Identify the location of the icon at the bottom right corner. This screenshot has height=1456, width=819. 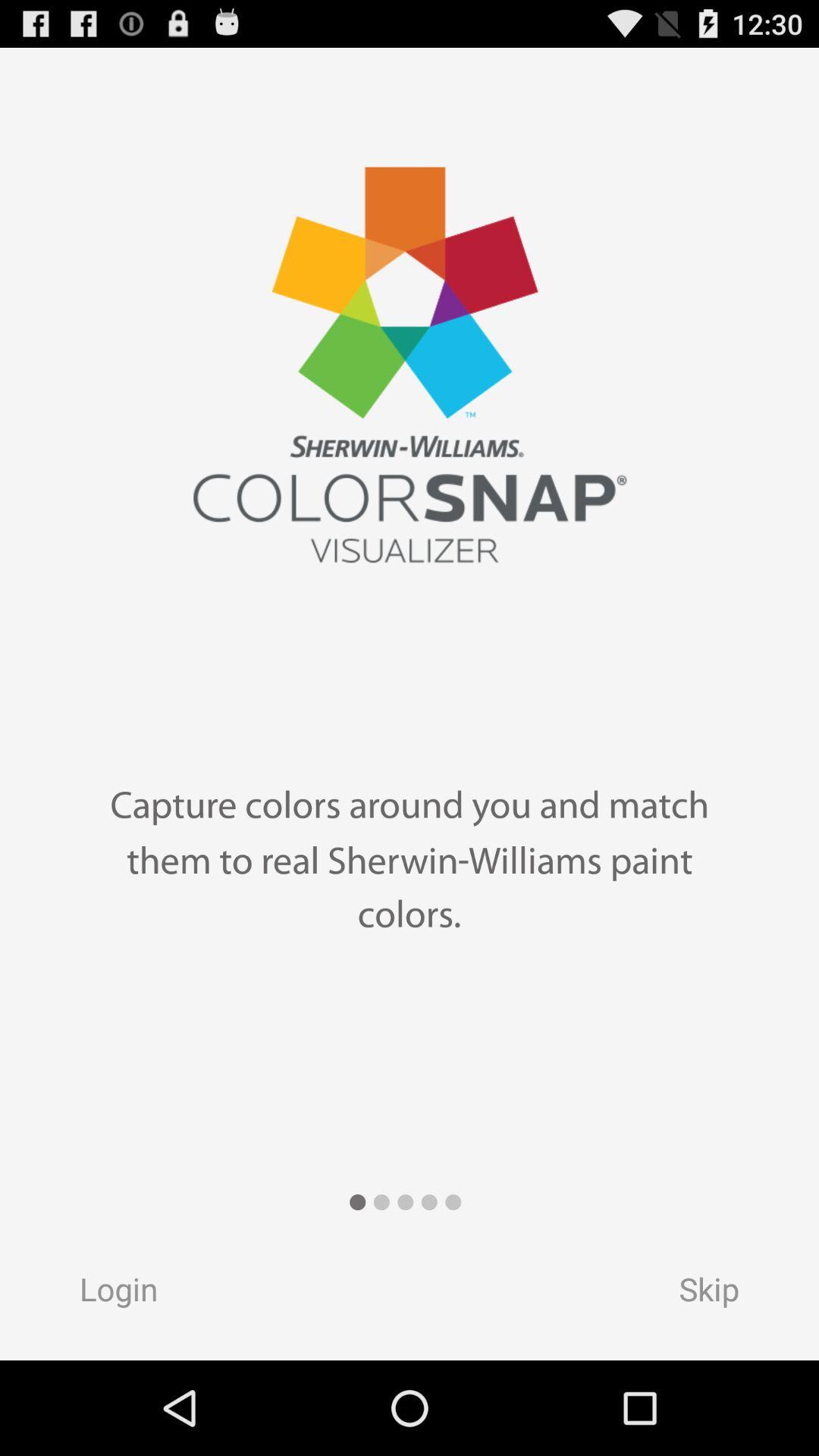
(723, 1293).